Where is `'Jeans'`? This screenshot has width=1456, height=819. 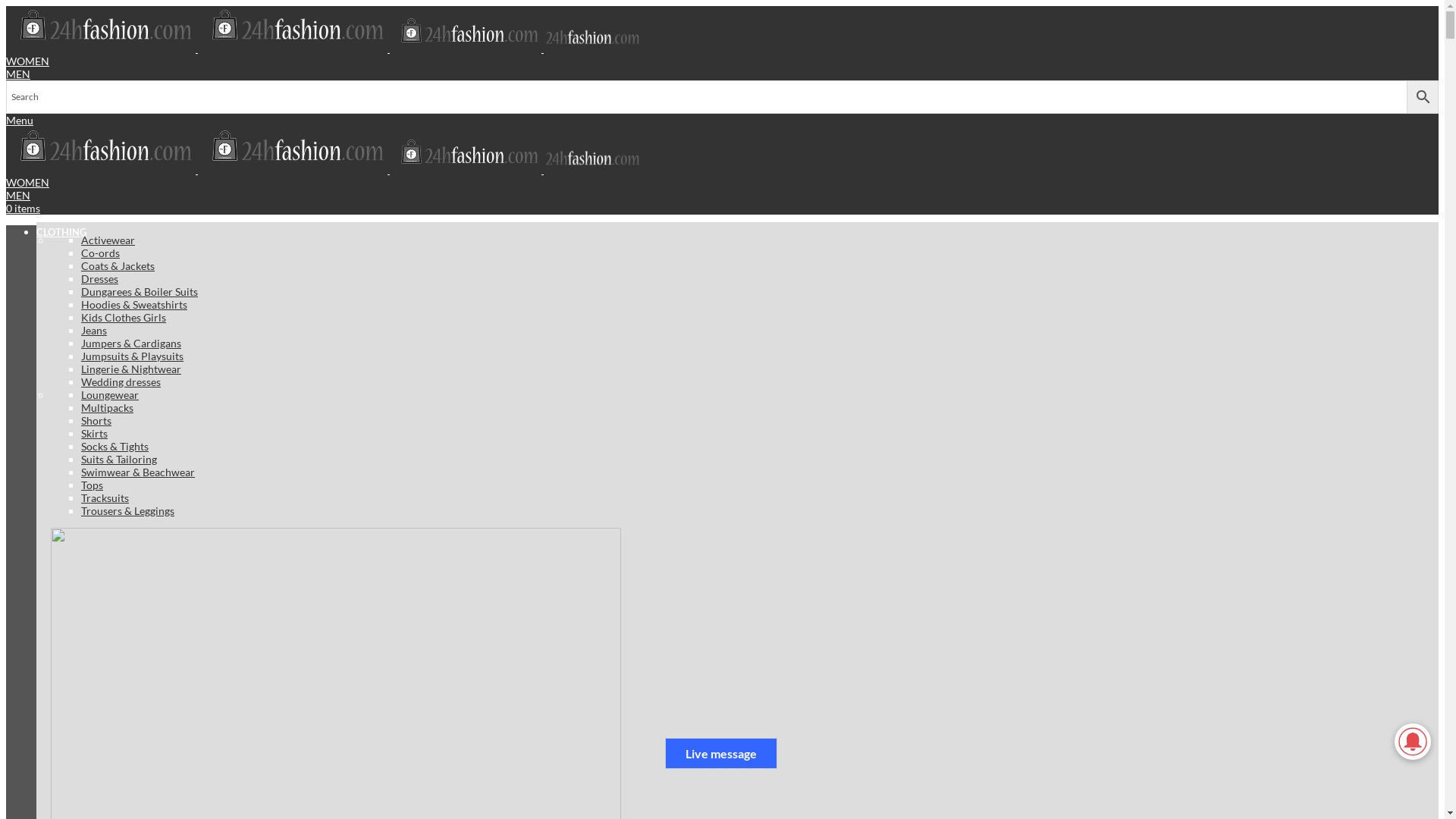
'Jeans' is located at coordinates (93, 328).